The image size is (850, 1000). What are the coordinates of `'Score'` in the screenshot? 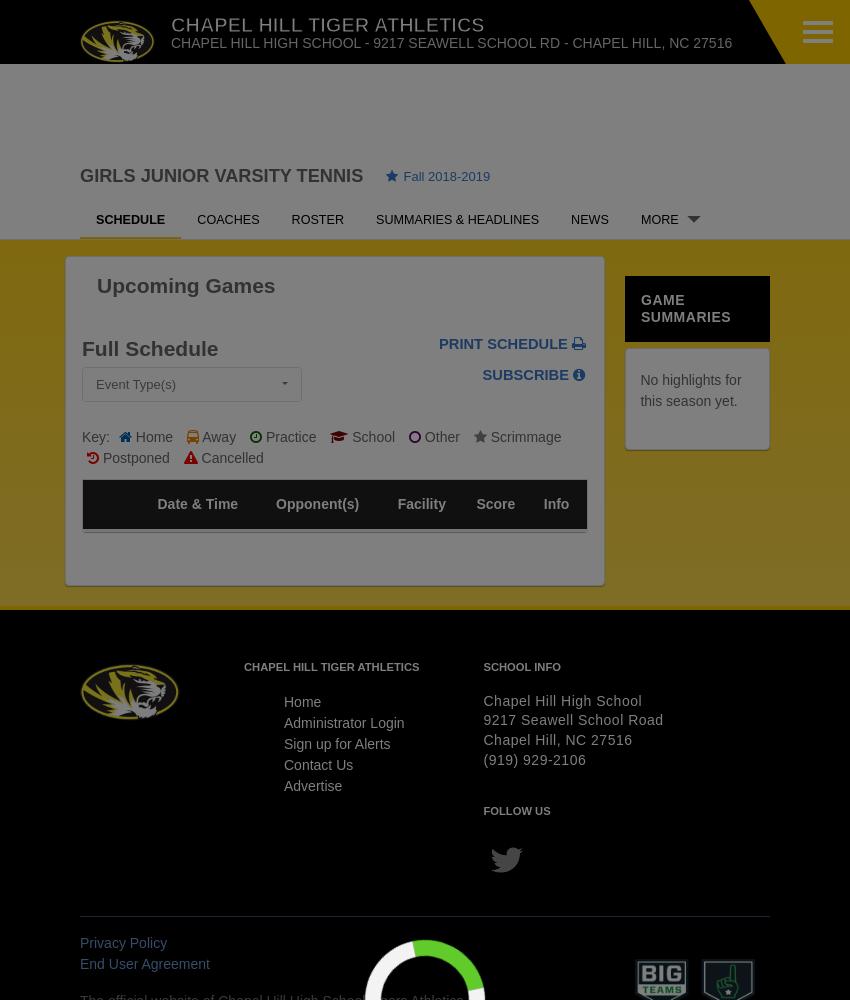 It's located at (495, 504).